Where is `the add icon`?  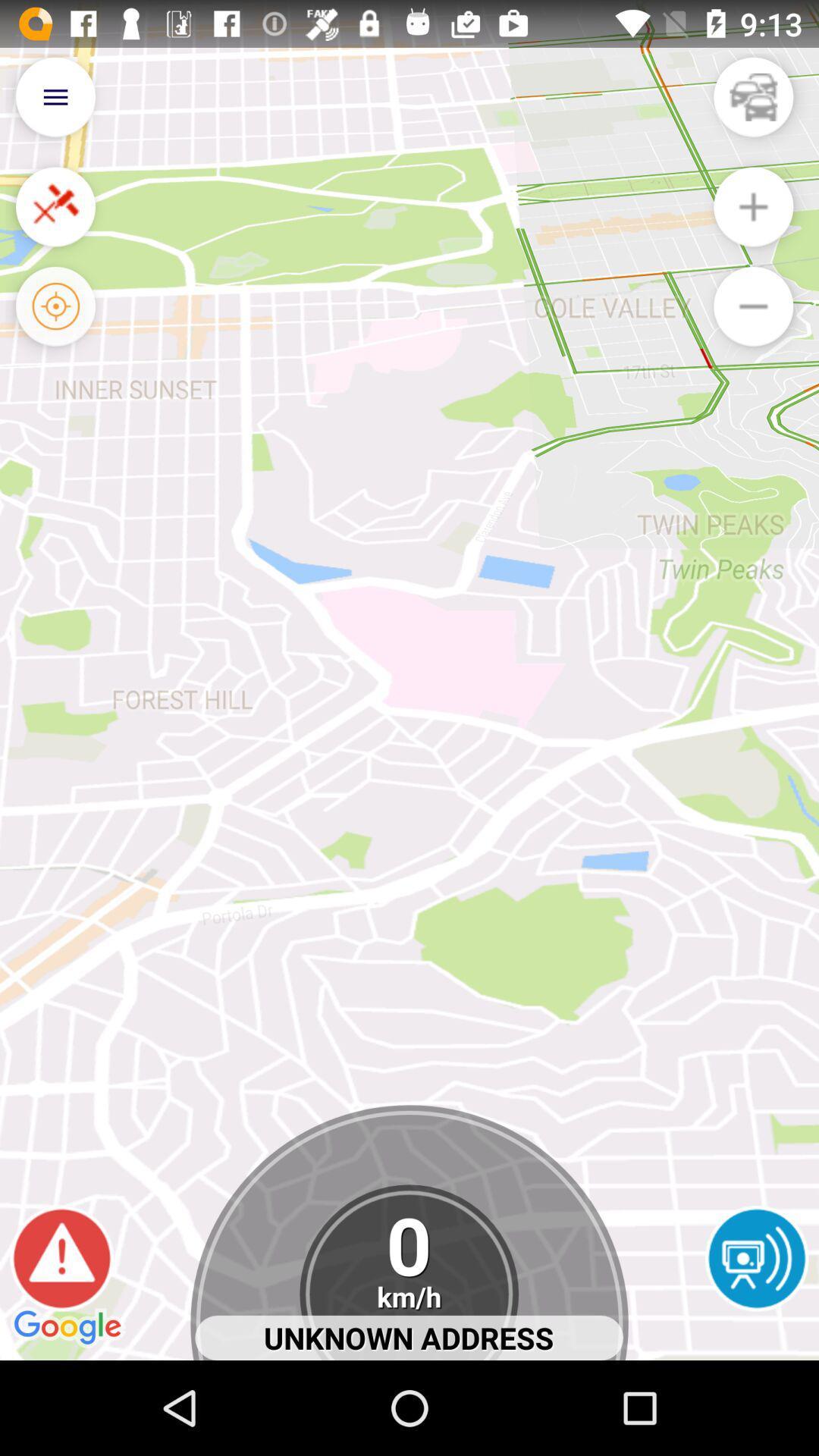
the add icon is located at coordinates (753, 221).